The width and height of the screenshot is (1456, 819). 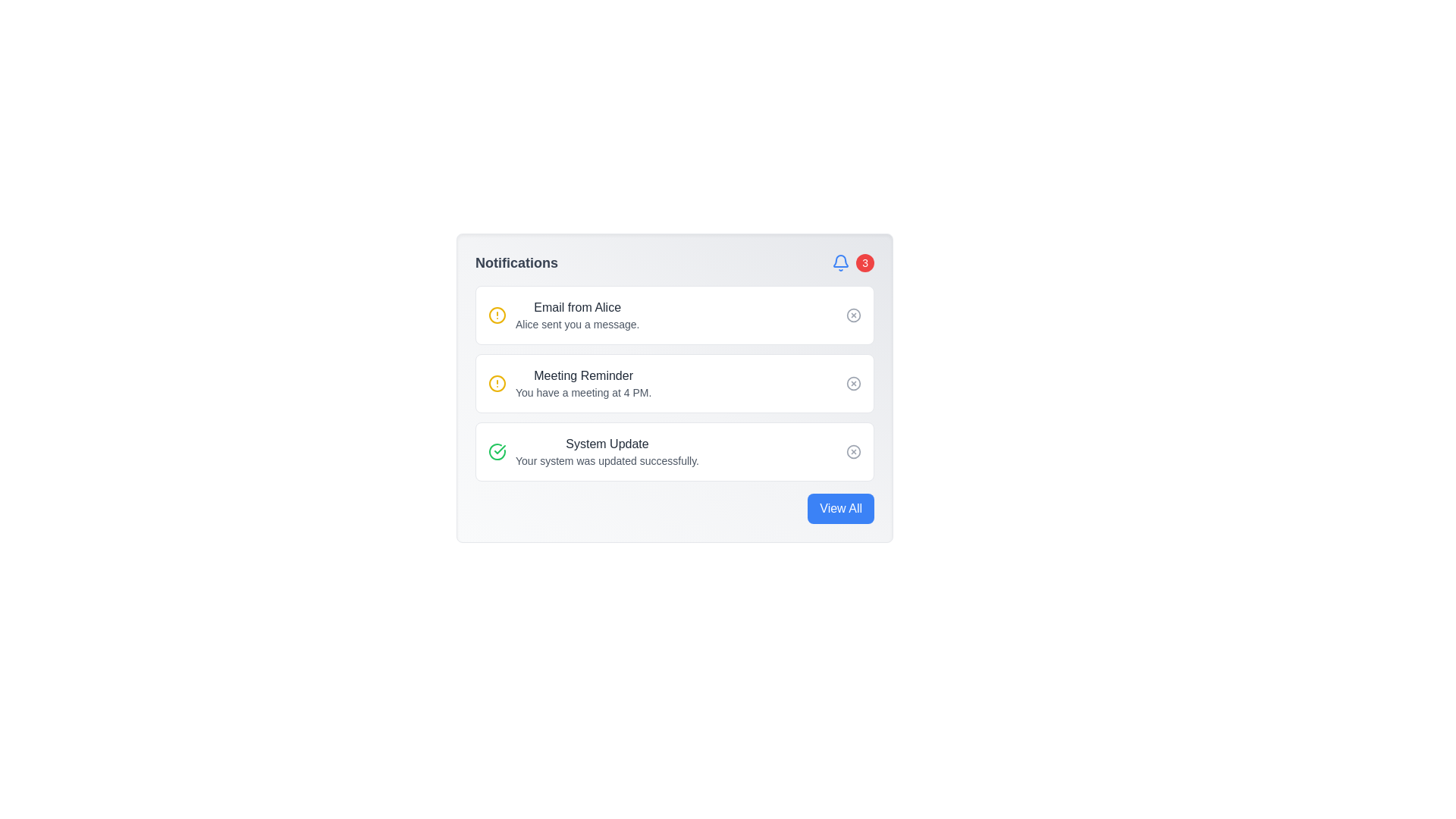 I want to click on the notification view button located at the bottom-right corner of the notification panel, so click(x=840, y=509).